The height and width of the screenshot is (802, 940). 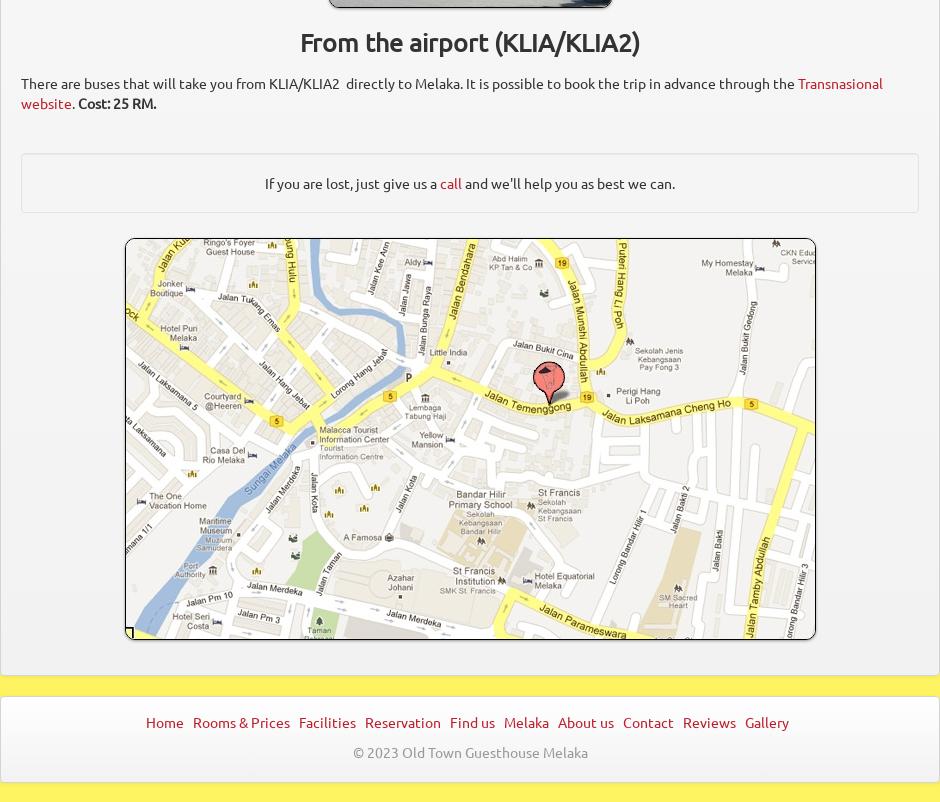 I want to click on 'If you are lost, just give us a', so click(x=352, y=183).